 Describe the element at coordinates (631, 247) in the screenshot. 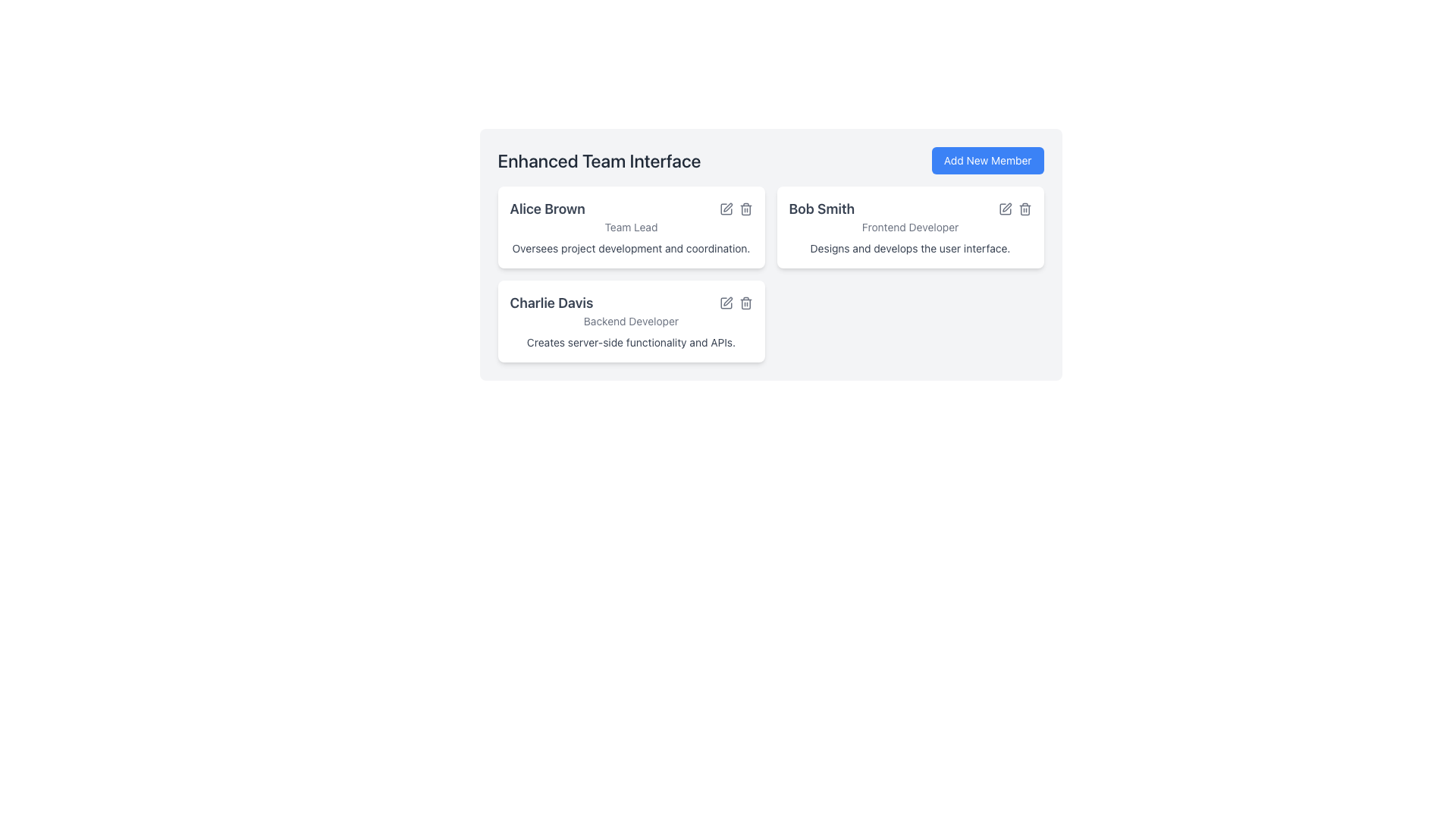

I see `the Text Label that provides a description or job responsibility summary for Alice Brown, located below 'Team Lead'` at that location.